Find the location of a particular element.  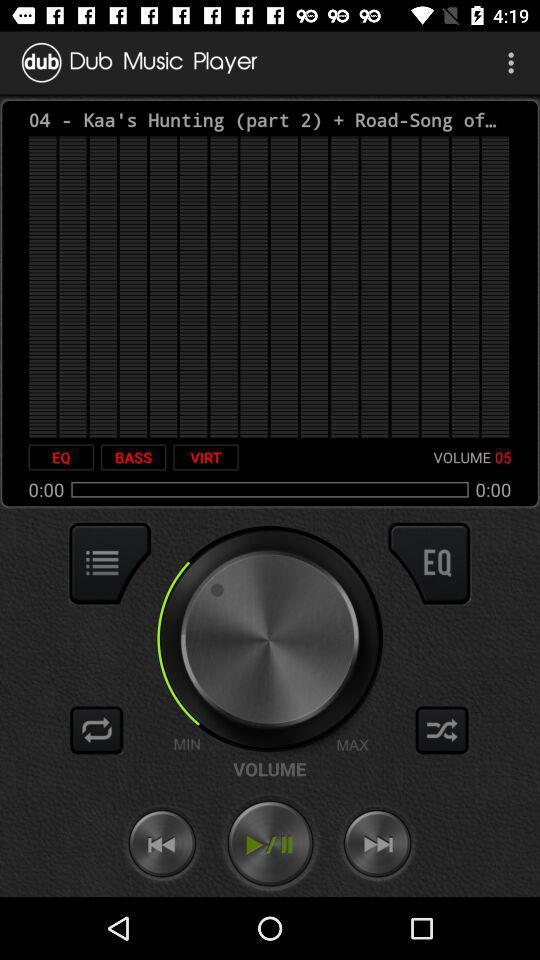

play audio is located at coordinates (270, 843).